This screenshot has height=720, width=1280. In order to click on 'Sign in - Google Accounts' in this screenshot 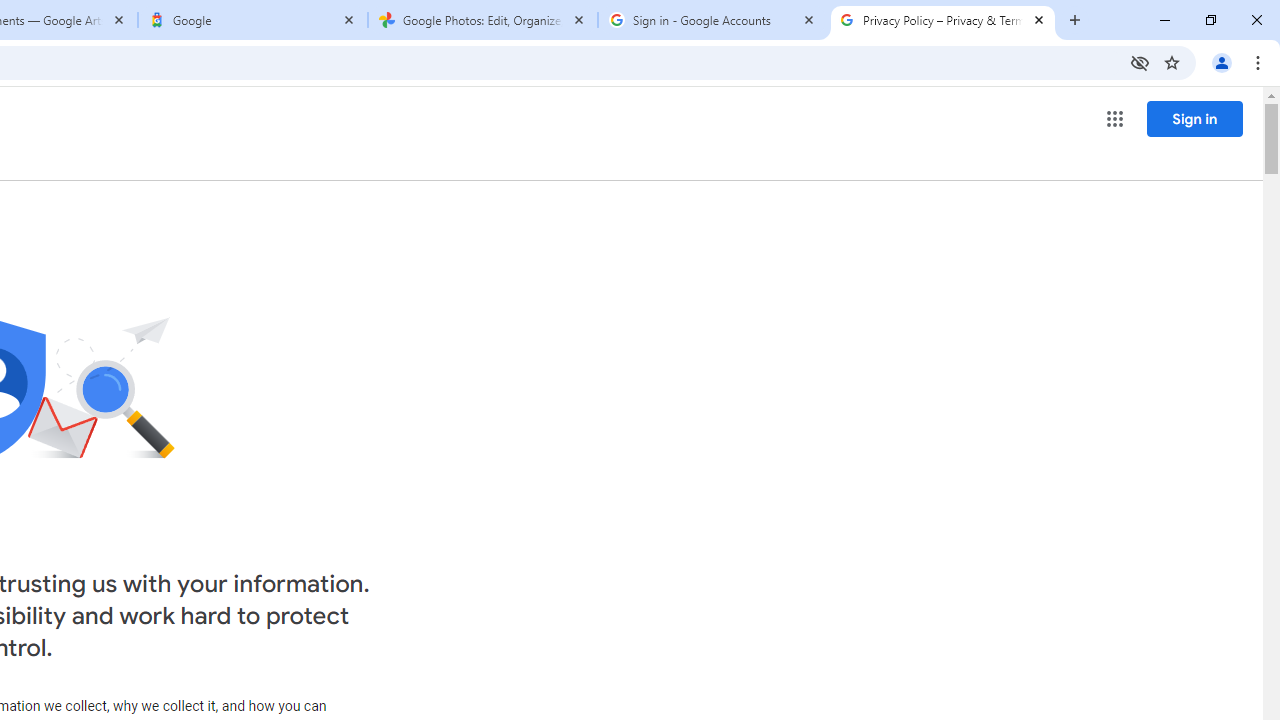, I will do `click(712, 20)`.